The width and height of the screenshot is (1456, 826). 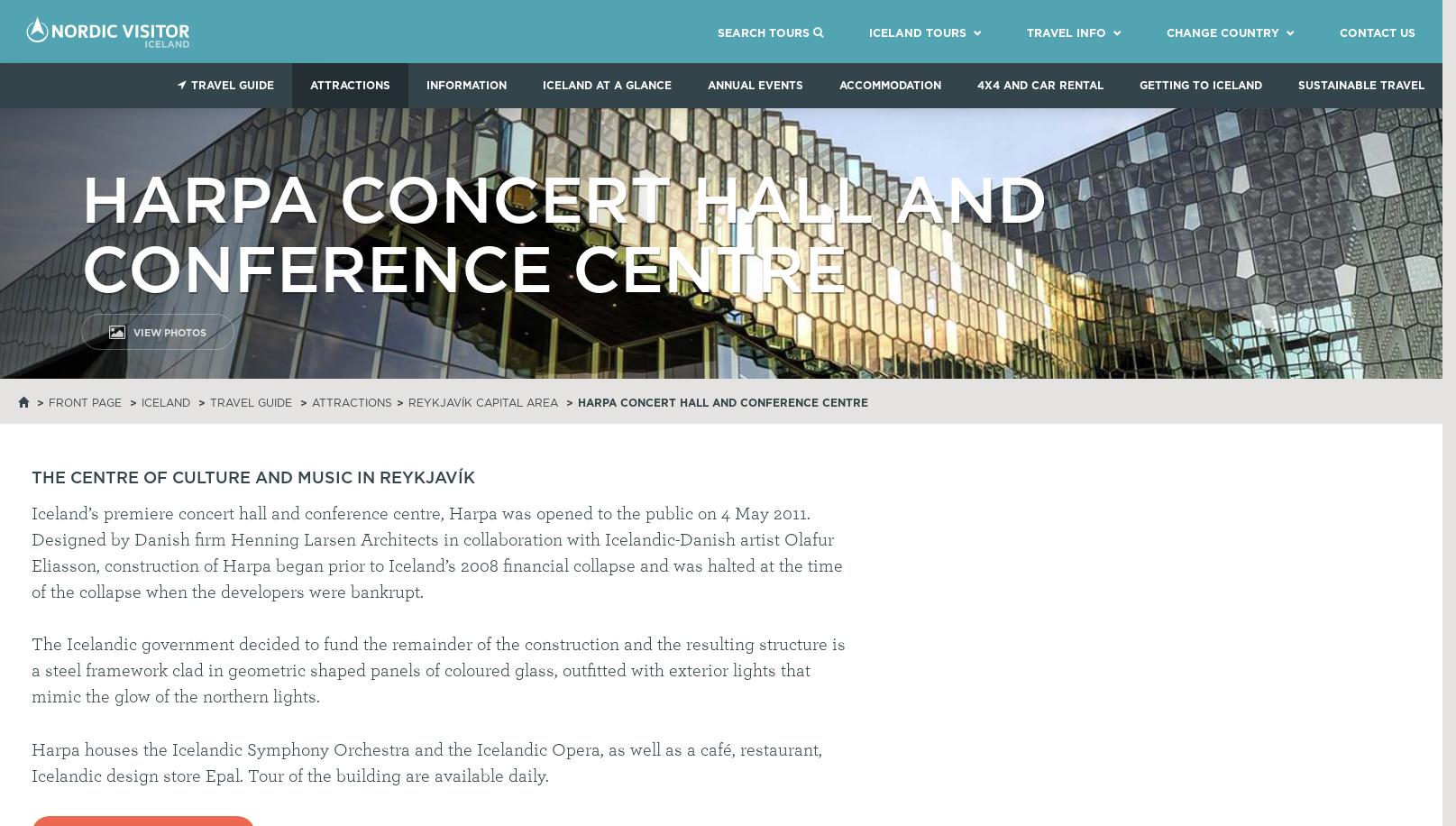 I want to click on 'Contact Us', so click(x=1376, y=32).